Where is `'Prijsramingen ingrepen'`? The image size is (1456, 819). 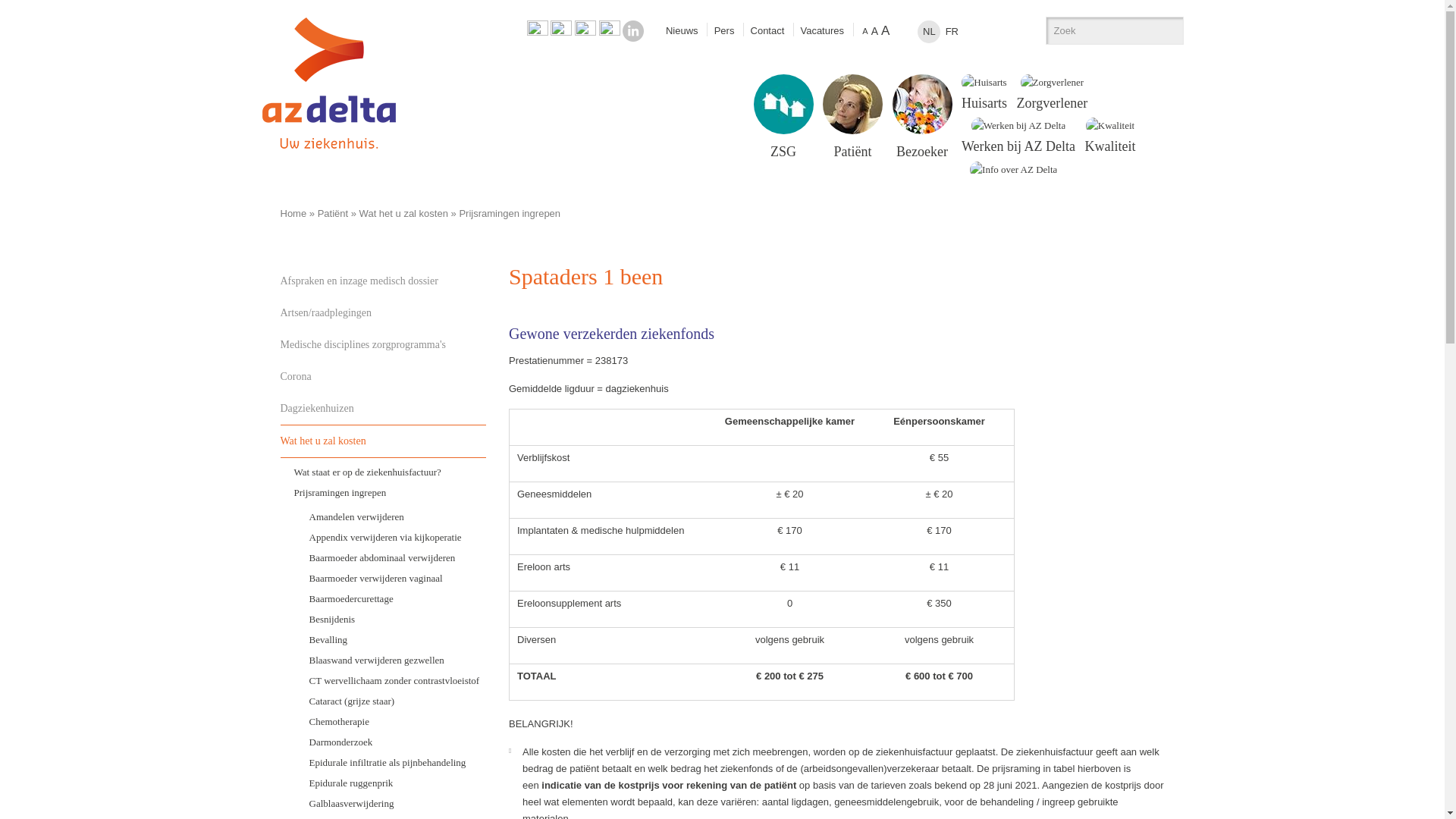 'Prijsramingen ingrepen' is located at coordinates (383, 492).